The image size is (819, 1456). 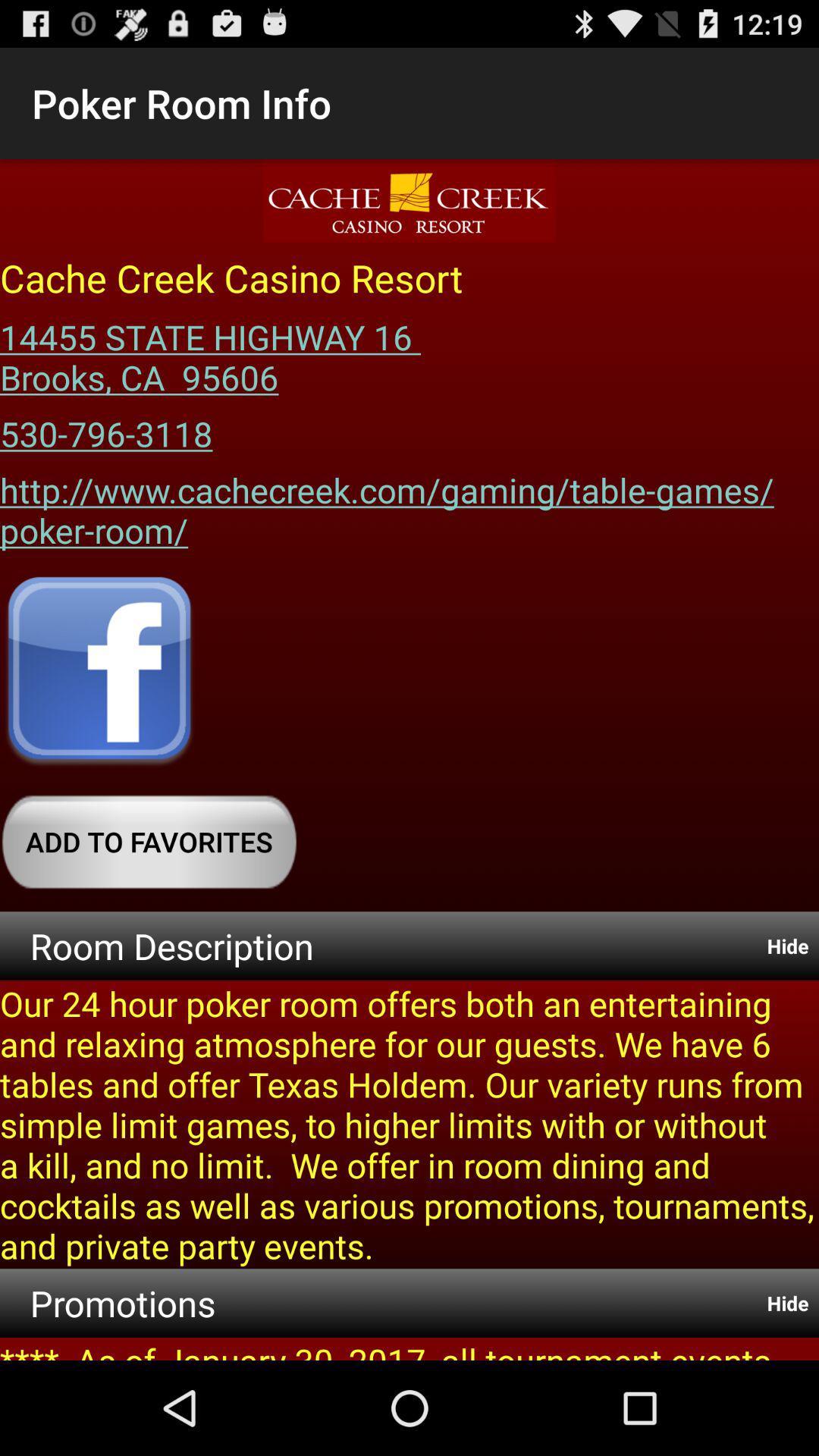 What do you see at coordinates (409, 505) in the screenshot?
I see `icon below the 530-796-3118` at bounding box center [409, 505].